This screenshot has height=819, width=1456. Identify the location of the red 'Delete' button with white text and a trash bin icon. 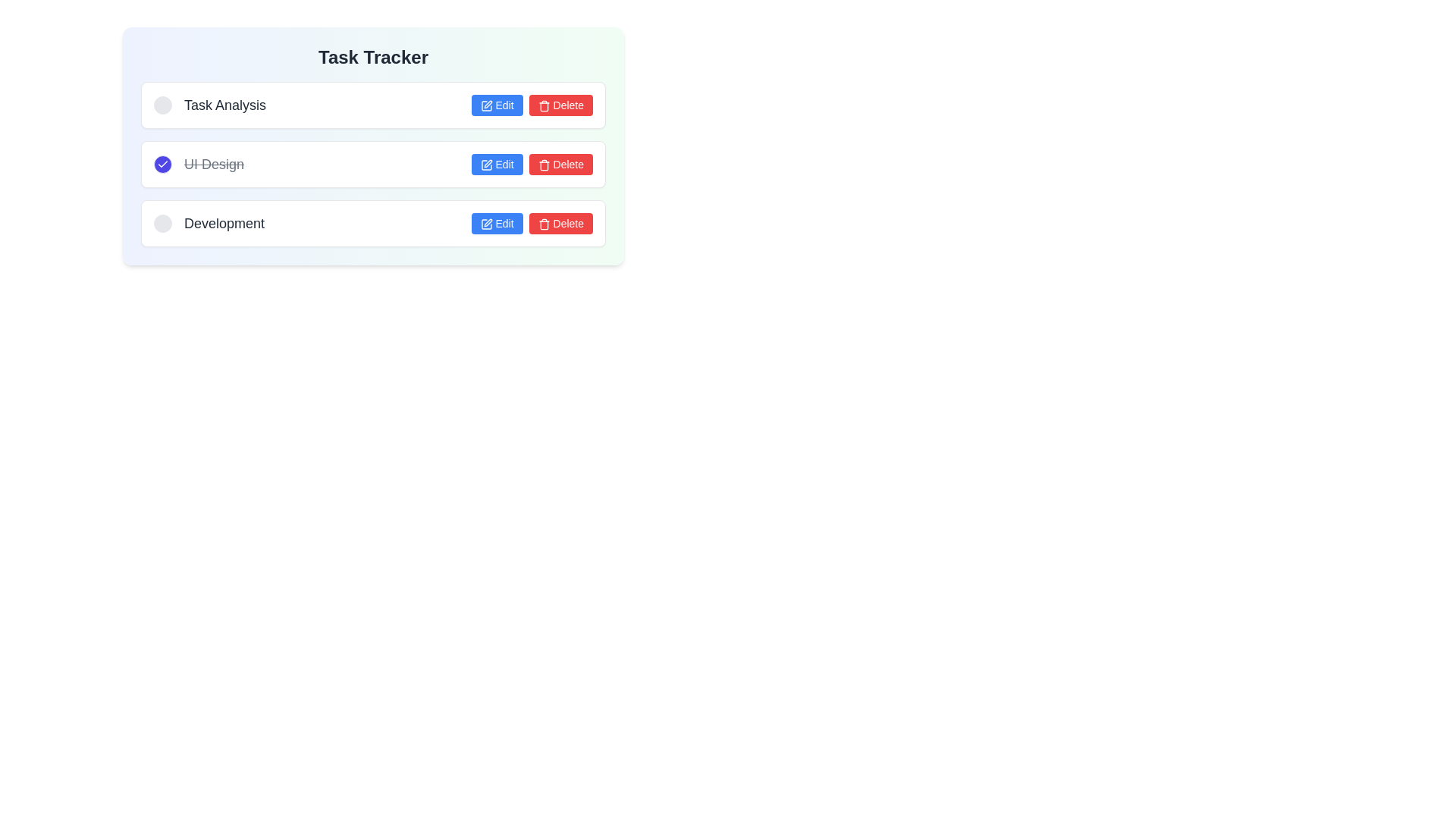
(560, 223).